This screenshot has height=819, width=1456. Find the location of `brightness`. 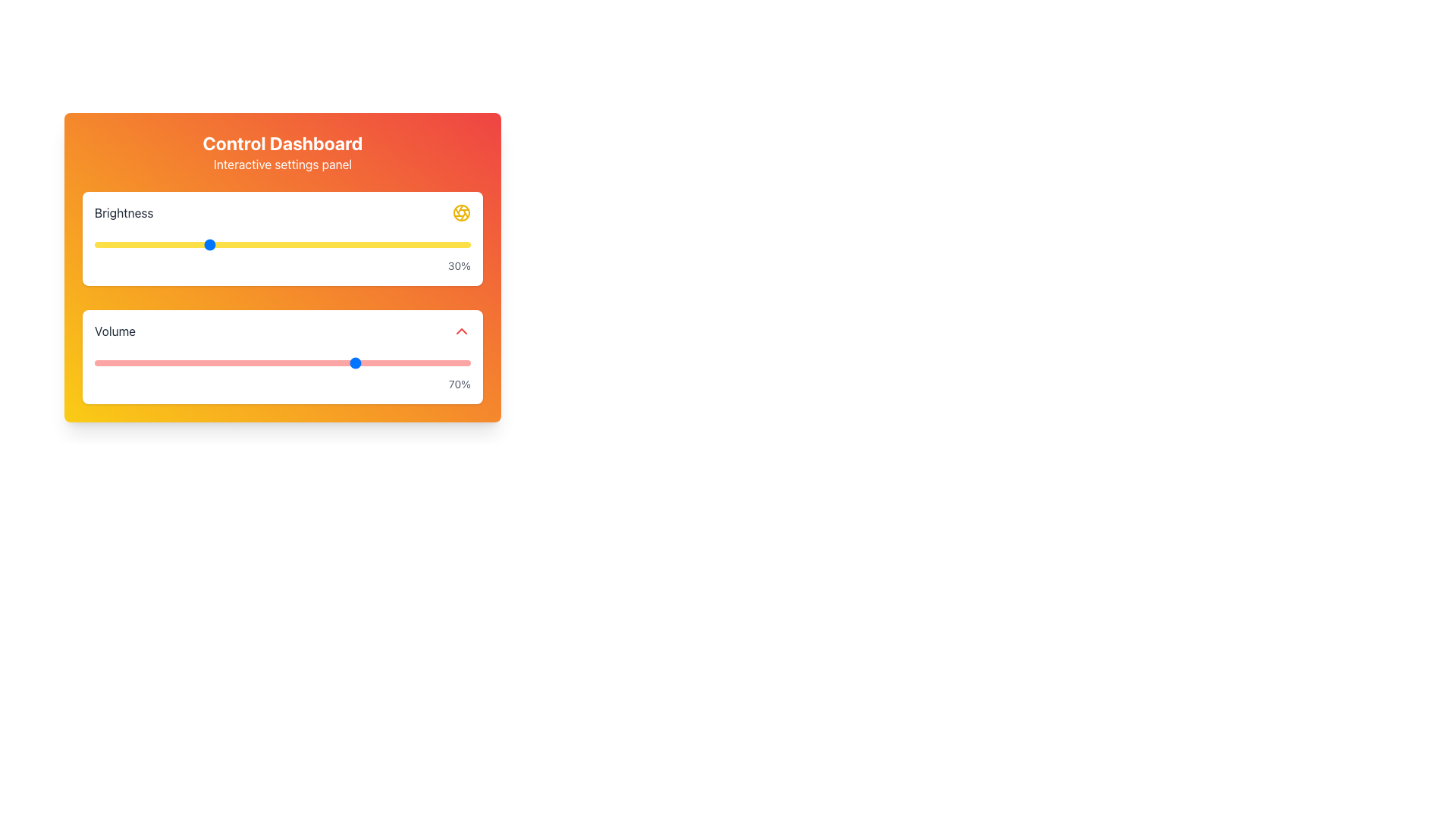

brightness is located at coordinates (388, 244).